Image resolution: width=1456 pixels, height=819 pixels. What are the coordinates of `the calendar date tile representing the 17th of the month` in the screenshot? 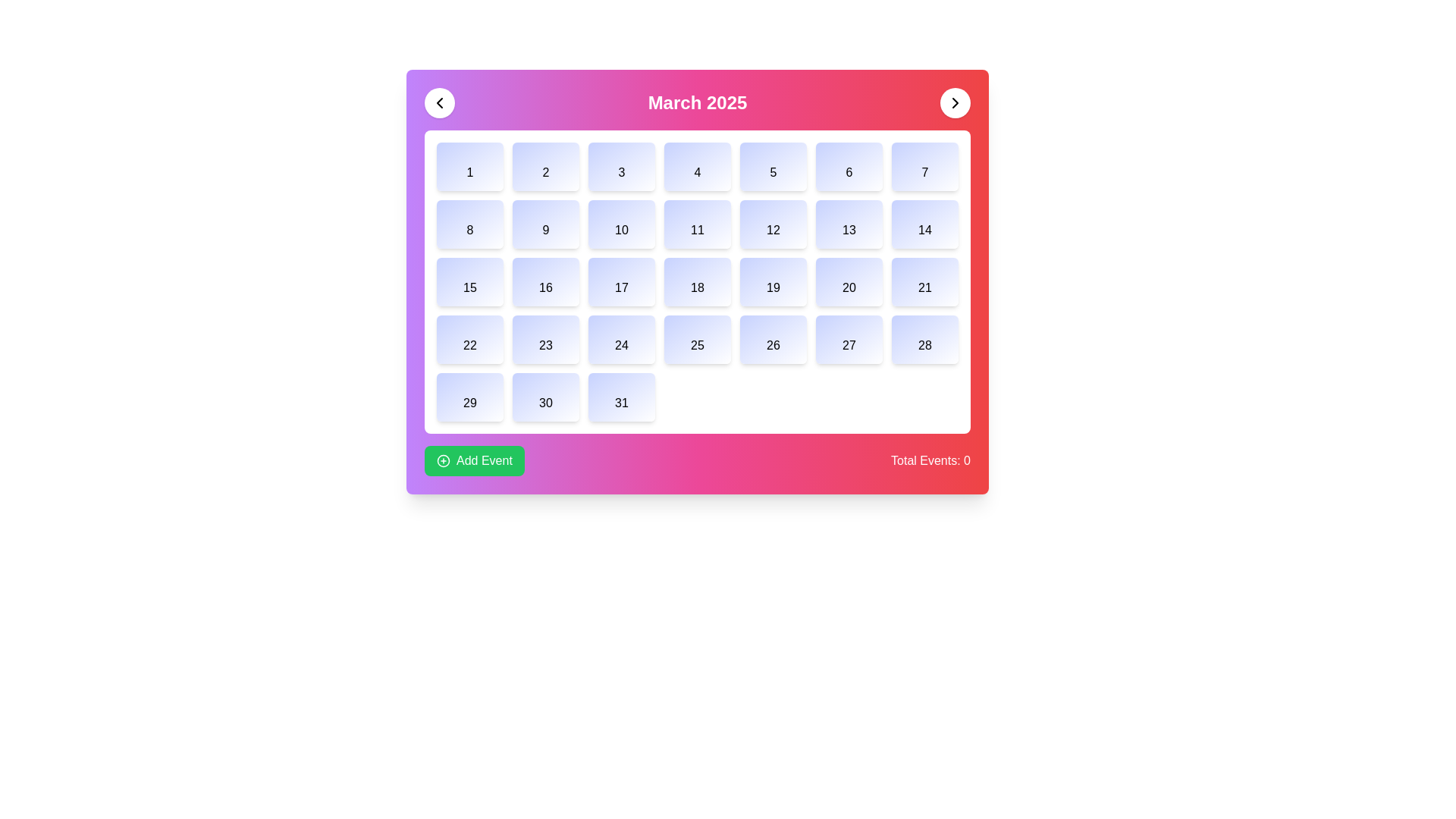 It's located at (622, 281).